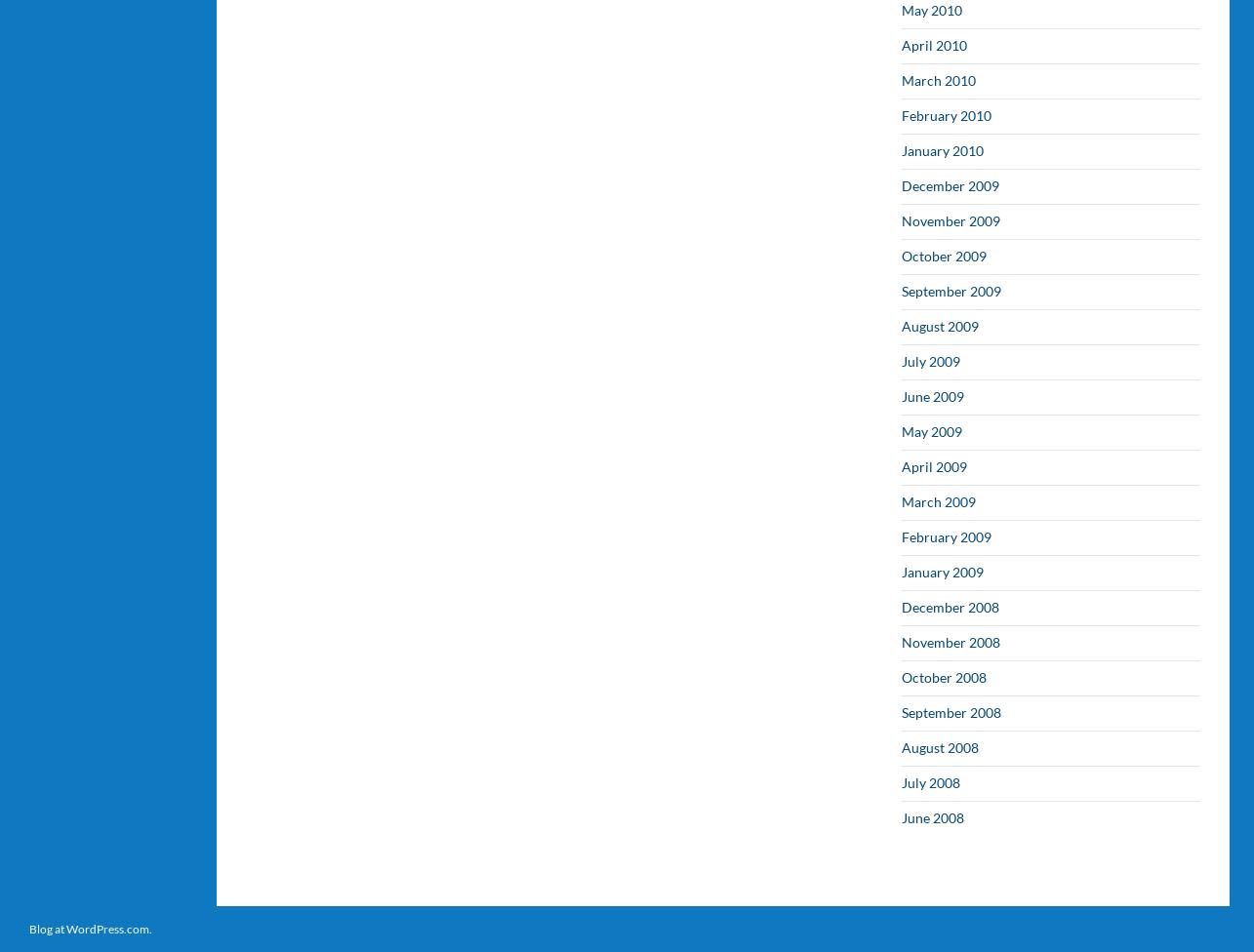  I want to click on 'January 2009', so click(943, 572).